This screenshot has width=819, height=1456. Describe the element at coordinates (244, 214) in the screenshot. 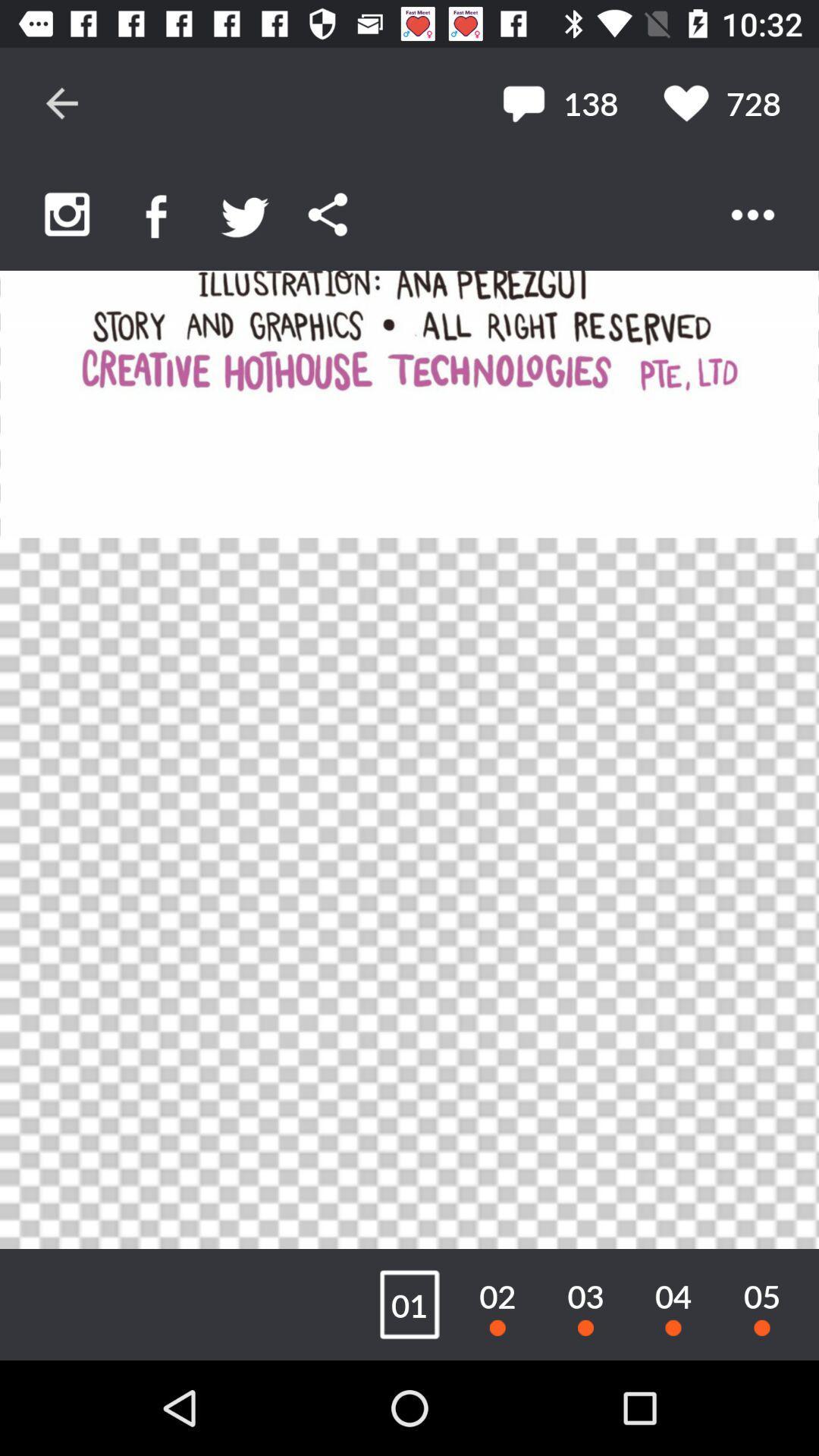

I see `share to twitter` at that location.